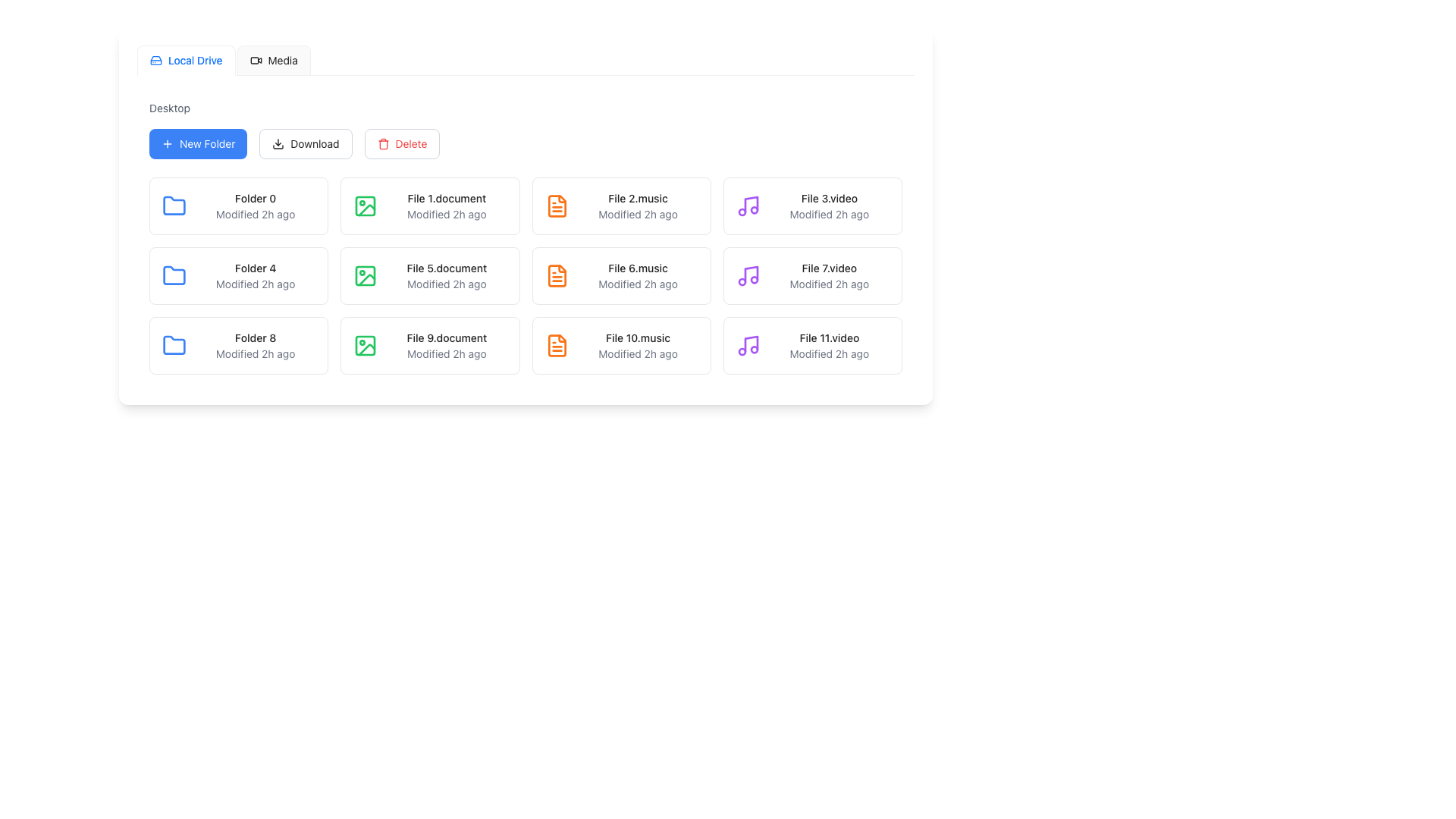 This screenshot has height=819, width=1456. Describe the element at coordinates (174, 206) in the screenshot. I see `the folder icon in the first row of the file listing table` at that location.